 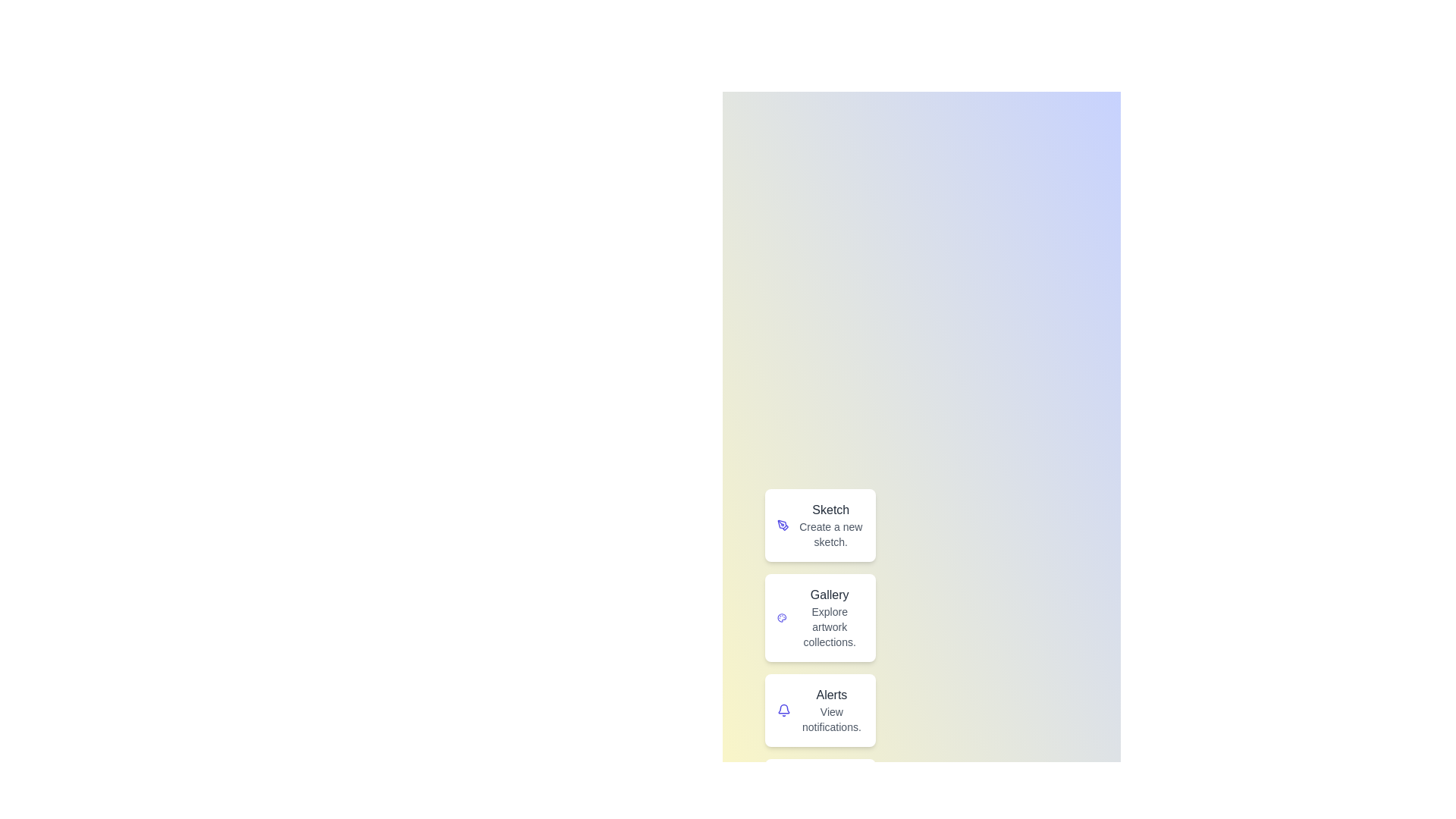 I want to click on the Sketch button to perform its action, so click(x=819, y=525).